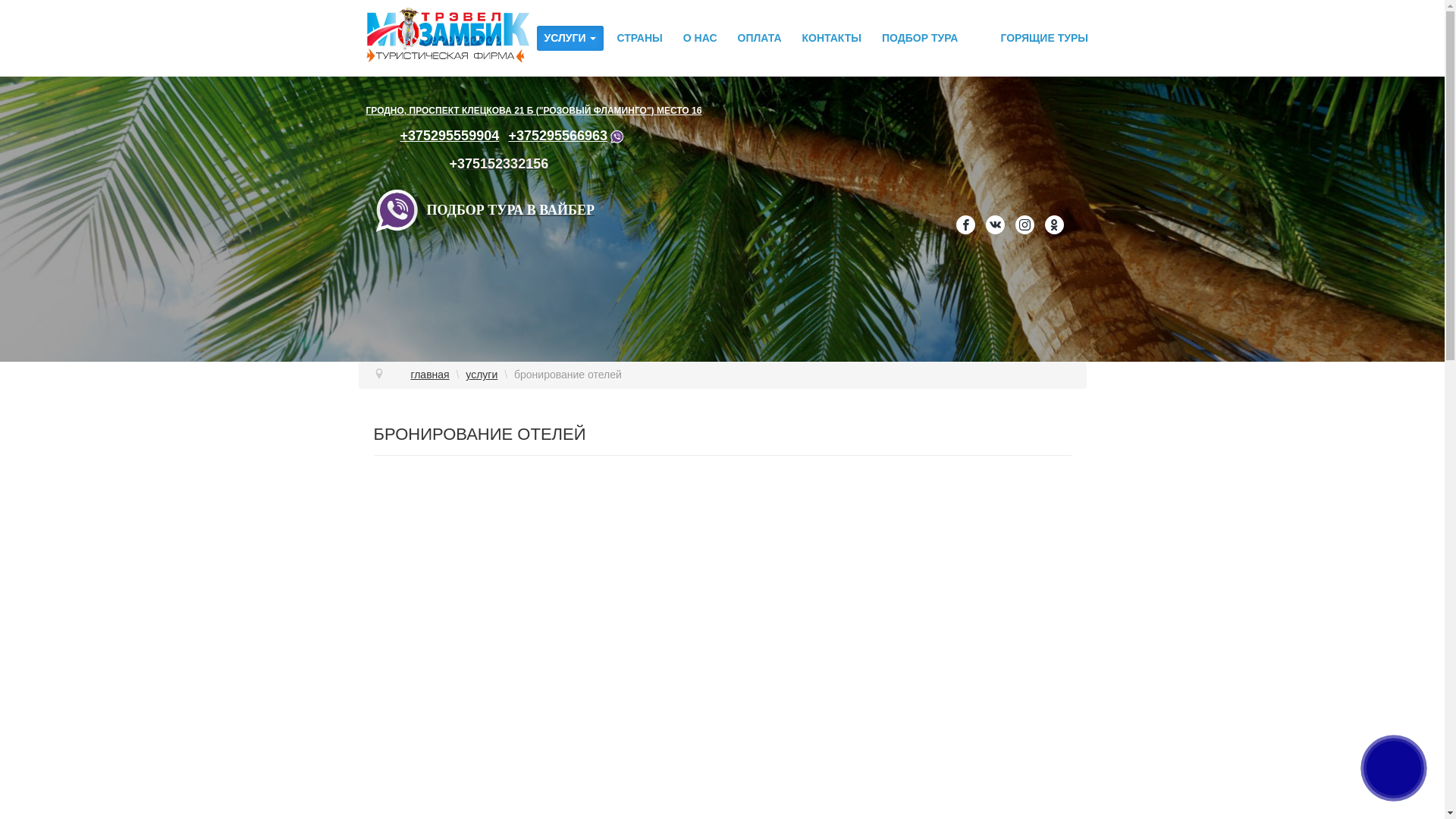 This screenshot has width=1456, height=819. What do you see at coordinates (499, 164) in the screenshot?
I see `'+375152332156'` at bounding box center [499, 164].